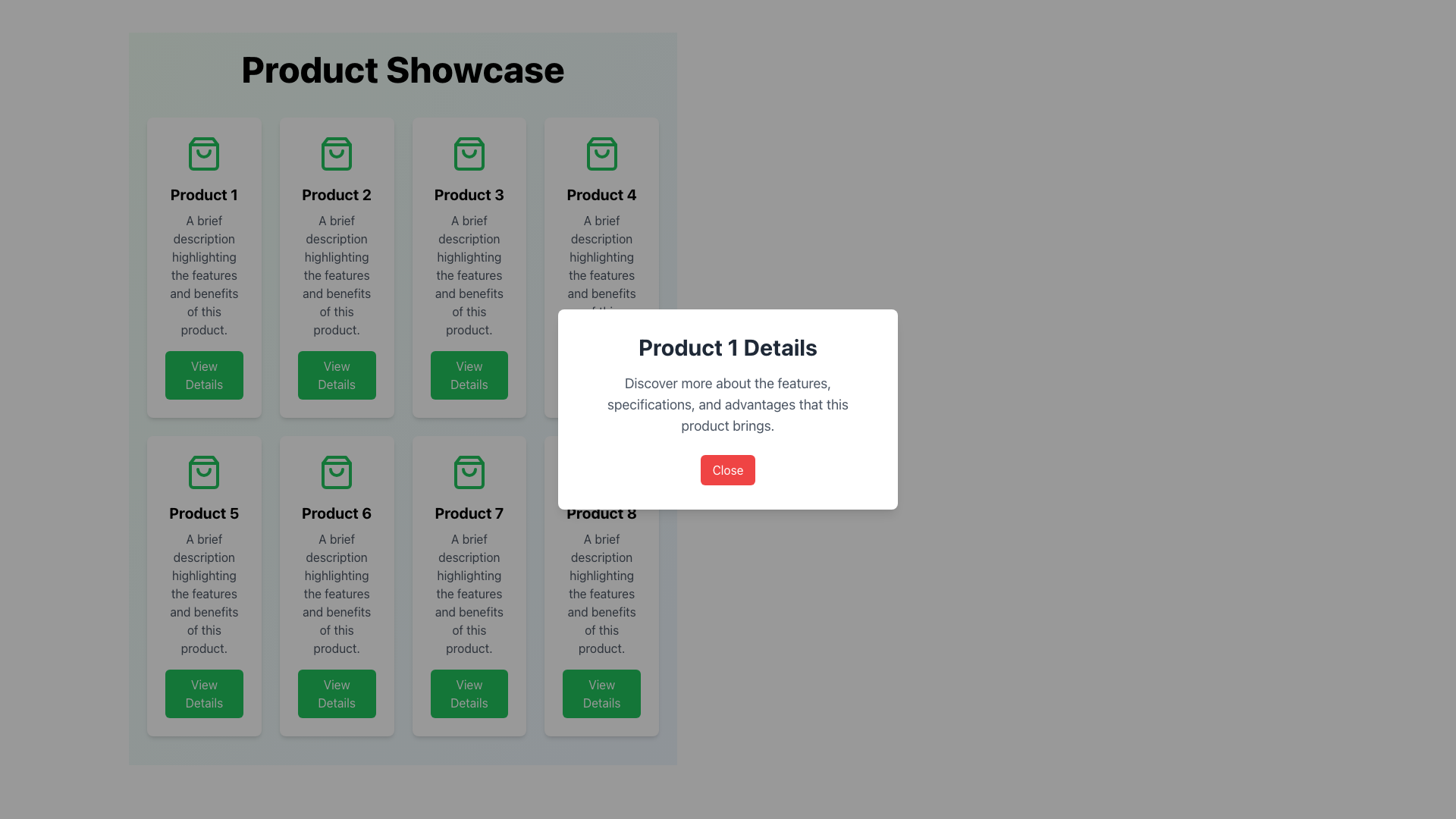 This screenshot has height=819, width=1456. I want to click on title text of the product displayed in the card located in the last column of the second row of the grid layout, which is styled as a heading or title, so click(601, 513).